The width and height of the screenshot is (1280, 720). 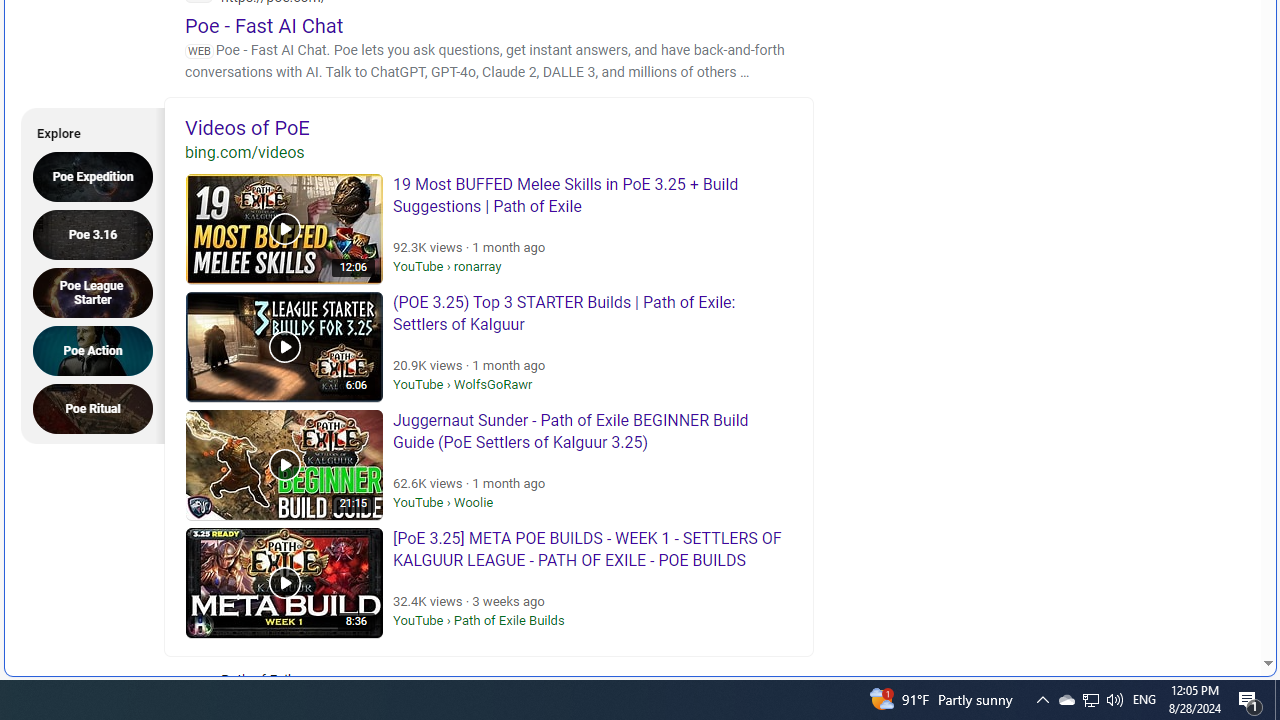 What do you see at coordinates (98, 407) in the screenshot?
I see `'Poe Ritual'` at bounding box center [98, 407].